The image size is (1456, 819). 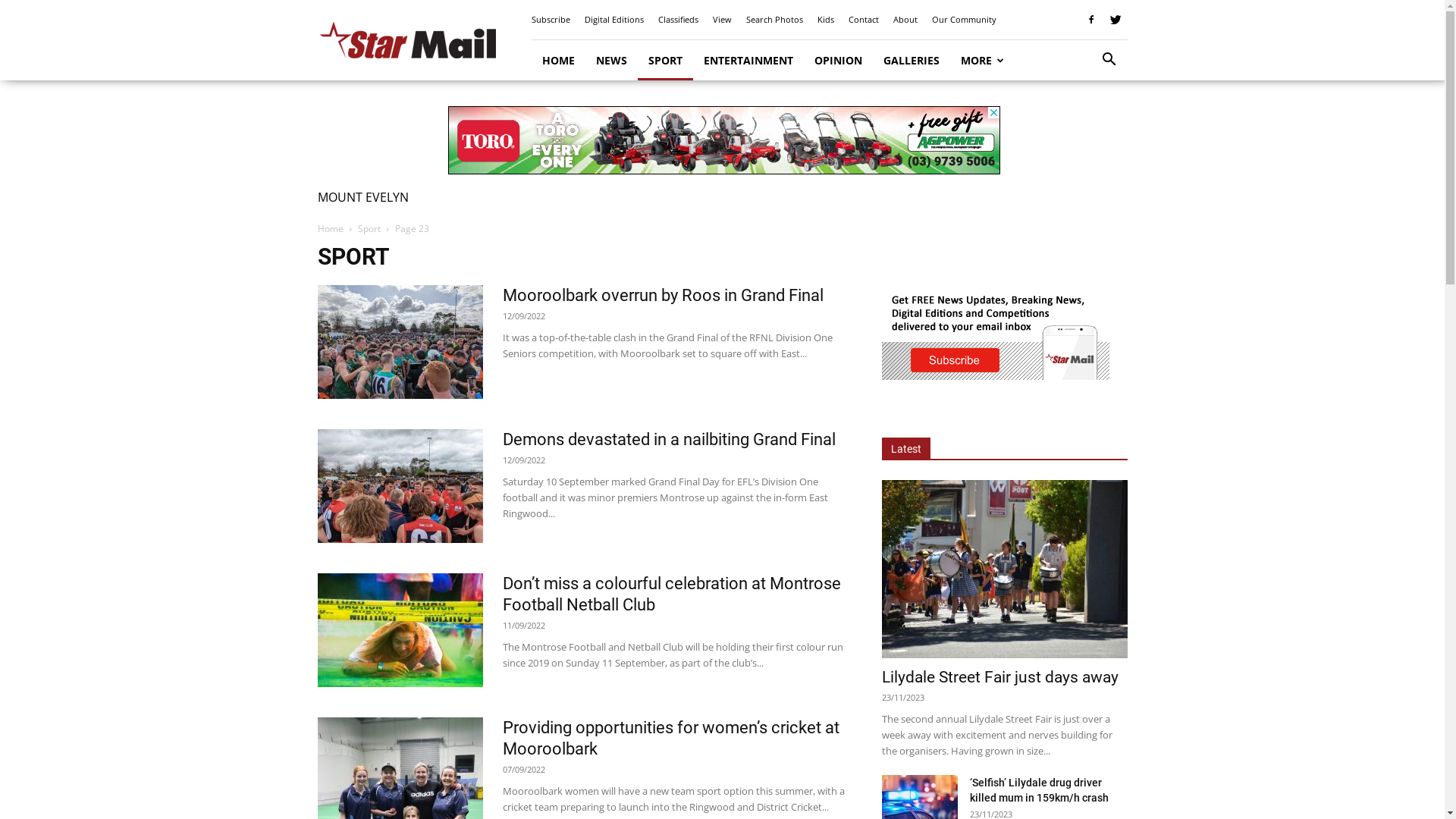 What do you see at coordinates (582, 19) in the screenshot?
I see `'Digital Editions'` at bounding box center [582, 19].